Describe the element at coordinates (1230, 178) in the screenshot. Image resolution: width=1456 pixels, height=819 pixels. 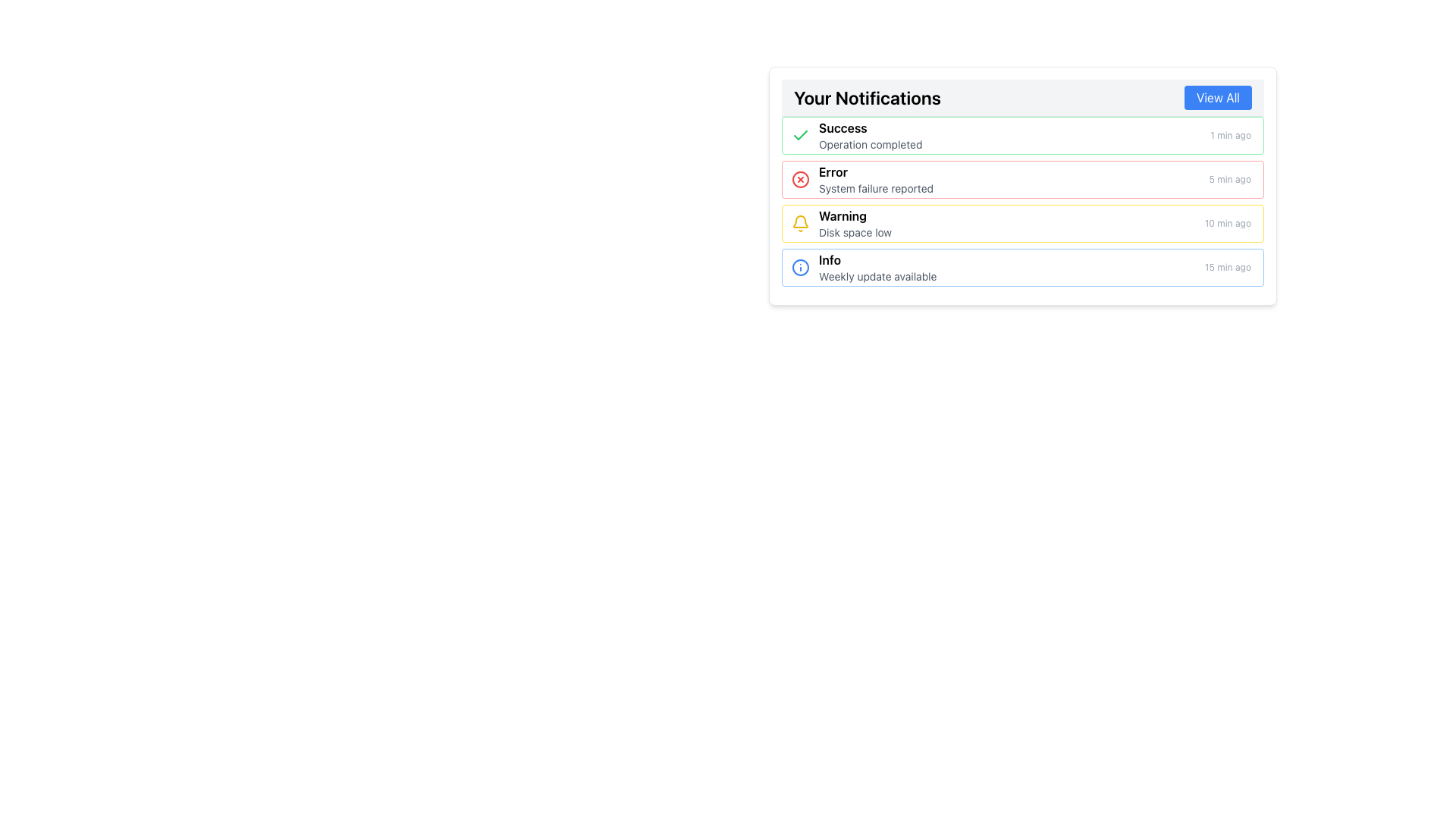
I see `the Text Label that indicates the time duration since the notification was created, which is positioned to the far-right of the notification line containing 'error' and 'System failure reported'` at that location.